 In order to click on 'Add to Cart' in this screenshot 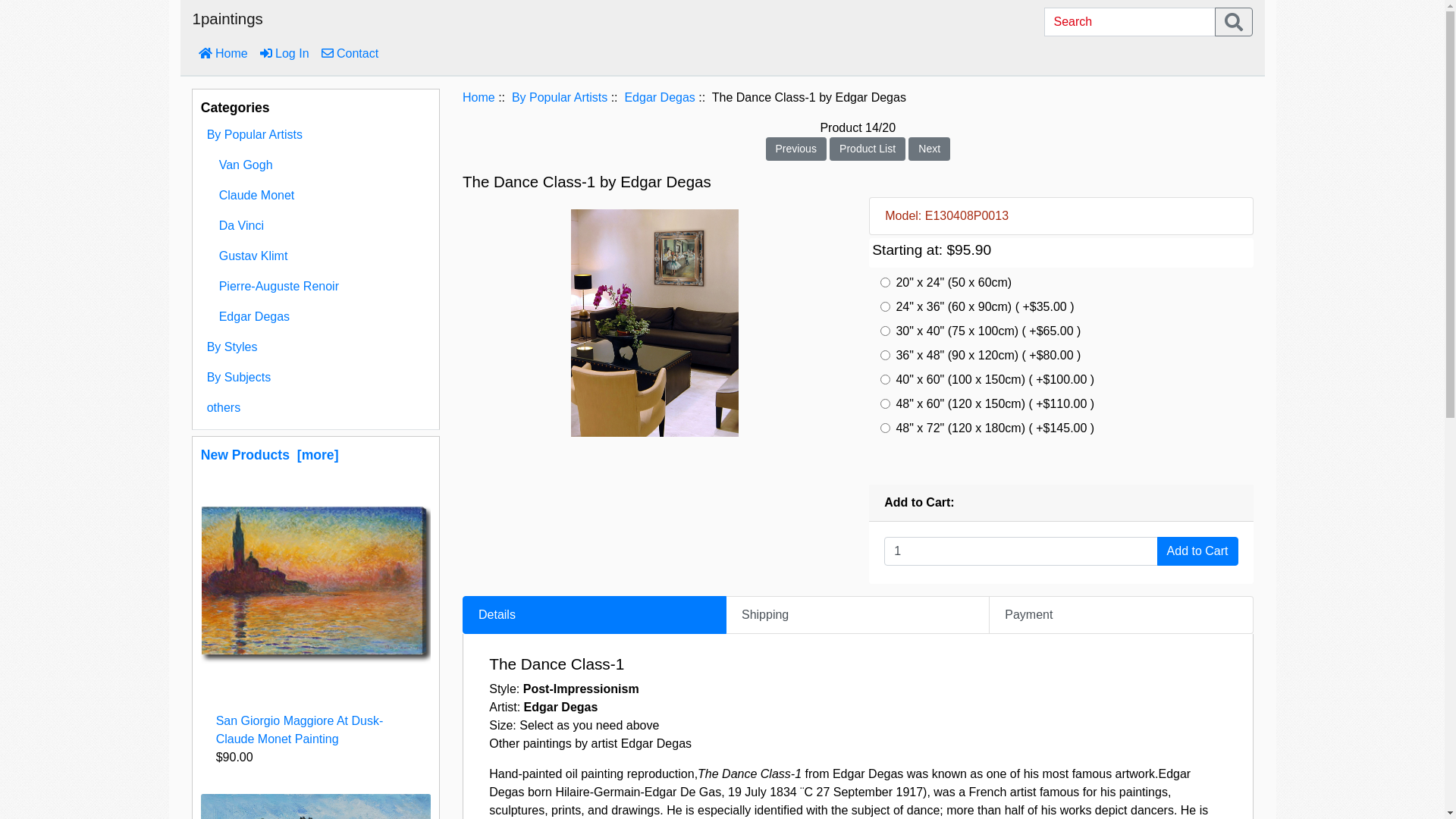, I will do `click(1197, 551)`.